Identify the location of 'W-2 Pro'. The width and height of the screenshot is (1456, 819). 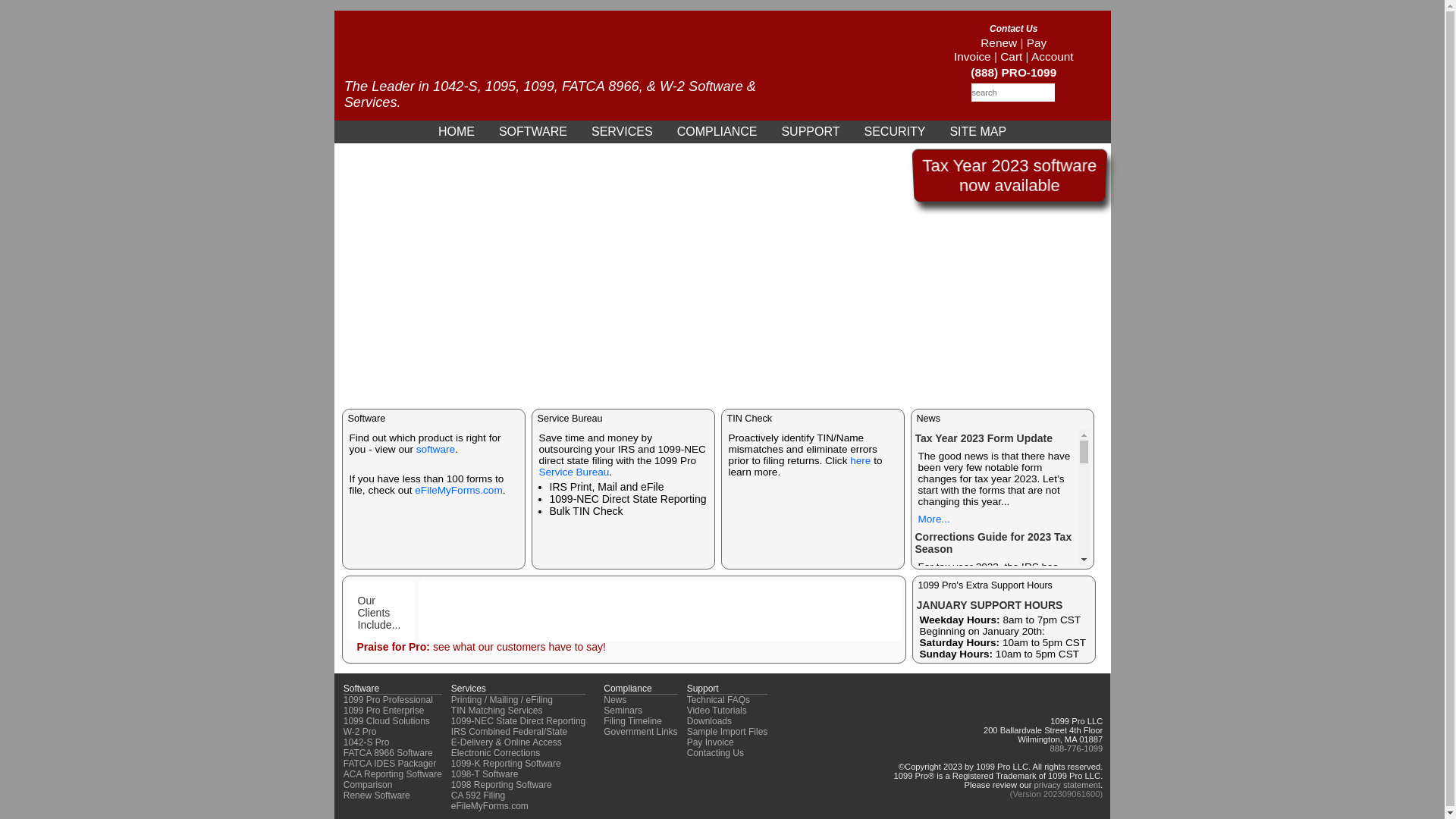
(359, 730).